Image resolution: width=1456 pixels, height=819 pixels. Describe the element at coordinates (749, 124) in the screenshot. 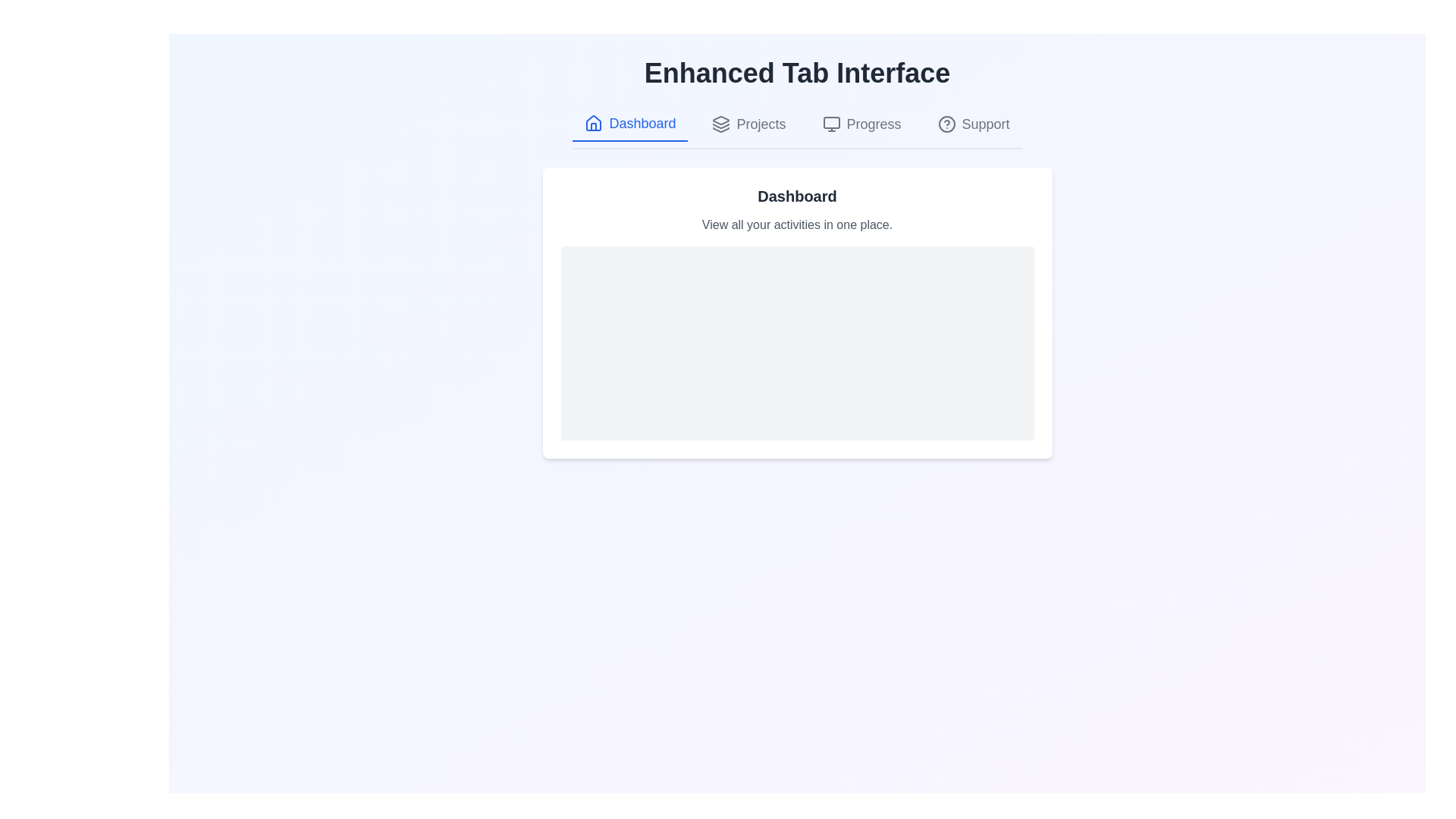

I see `the tab labeled Projects to observe the hover effect` at that location.